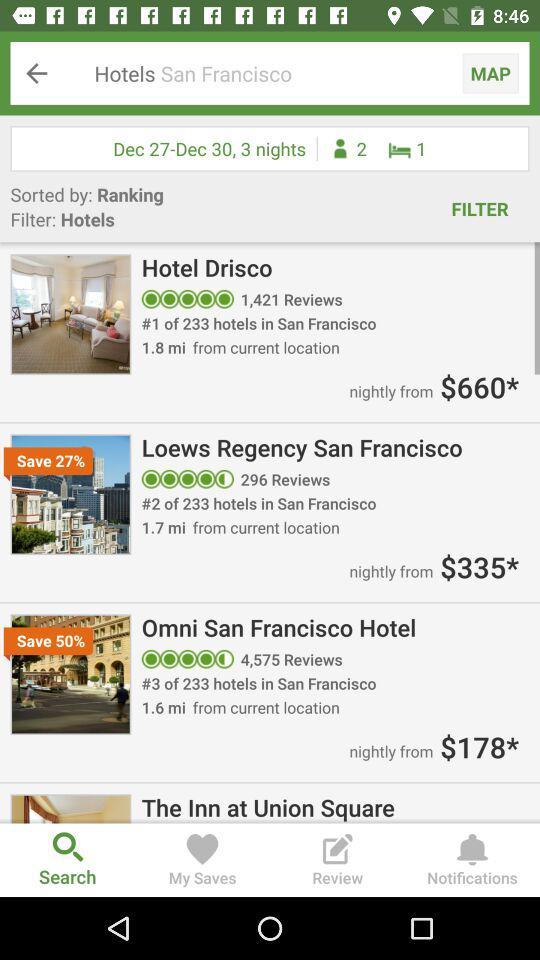  What do you see at coordinates (510, 78) in the screenshot?
I see `the minus icon` at bounding box center [510, 78].